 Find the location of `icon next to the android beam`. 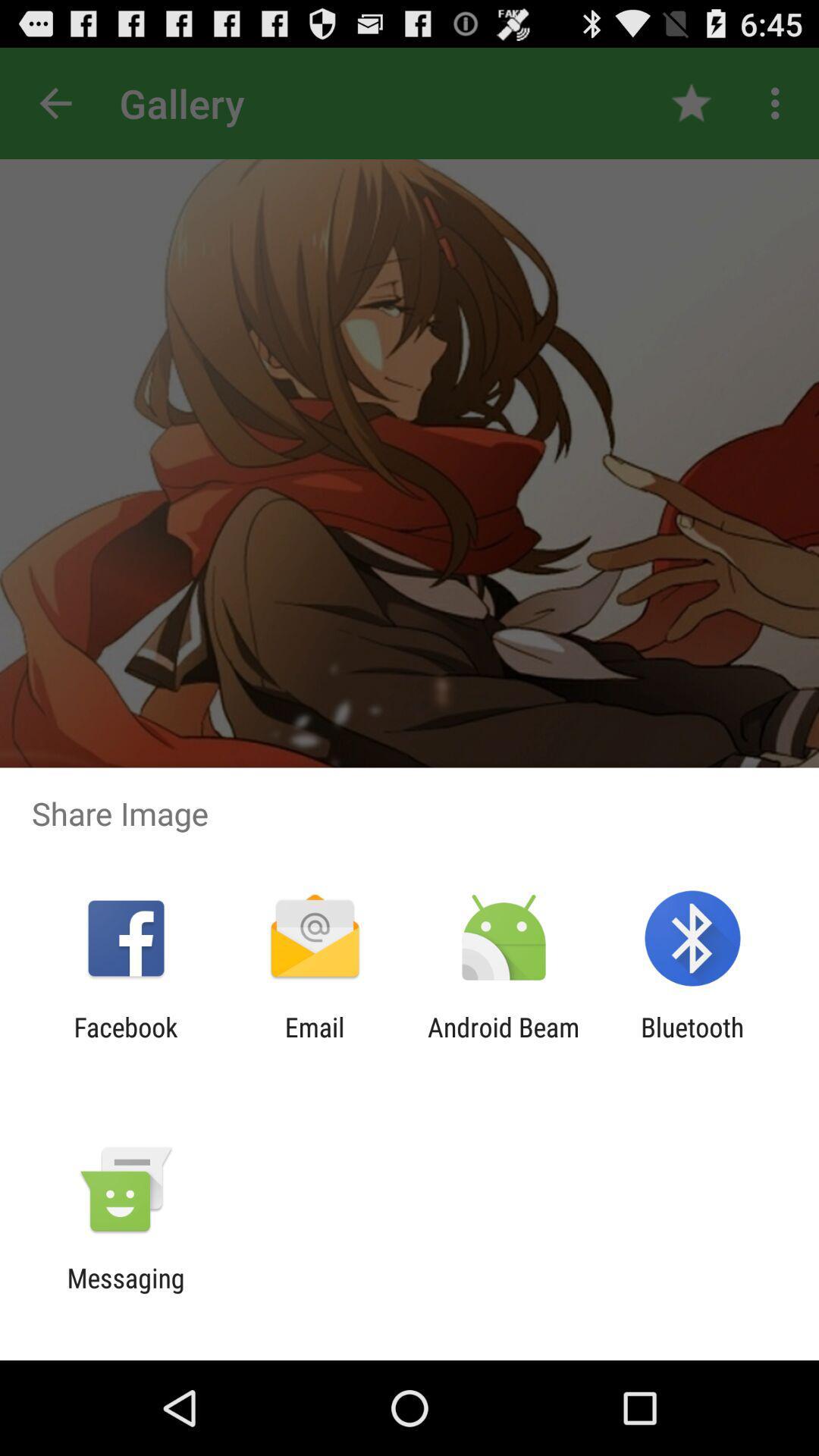

icon next to the android beam is located at coordinates (314, 1042).